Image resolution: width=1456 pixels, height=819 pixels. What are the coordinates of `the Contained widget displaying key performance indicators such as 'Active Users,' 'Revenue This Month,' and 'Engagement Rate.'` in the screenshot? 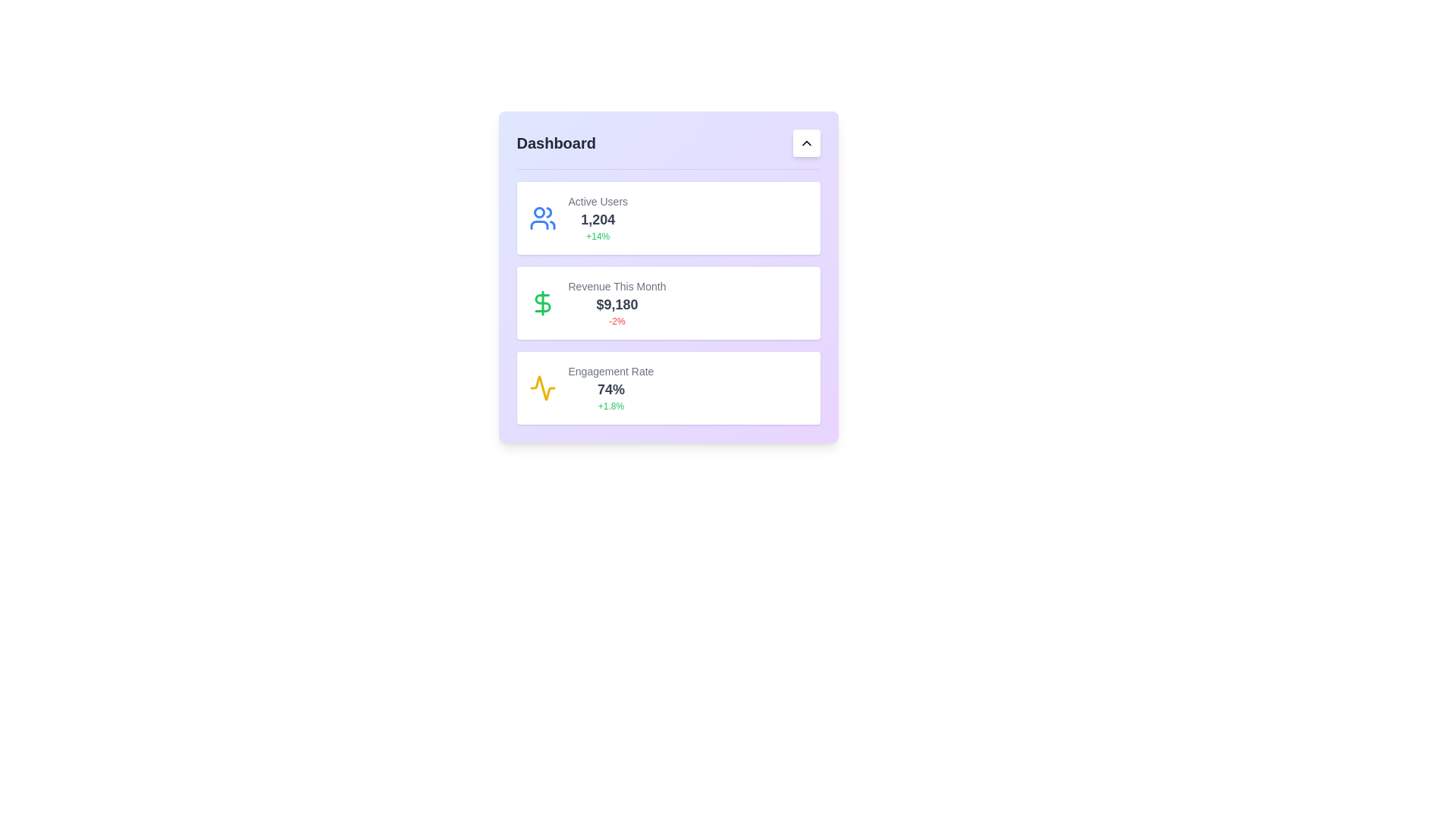 It's located at (667, 277).